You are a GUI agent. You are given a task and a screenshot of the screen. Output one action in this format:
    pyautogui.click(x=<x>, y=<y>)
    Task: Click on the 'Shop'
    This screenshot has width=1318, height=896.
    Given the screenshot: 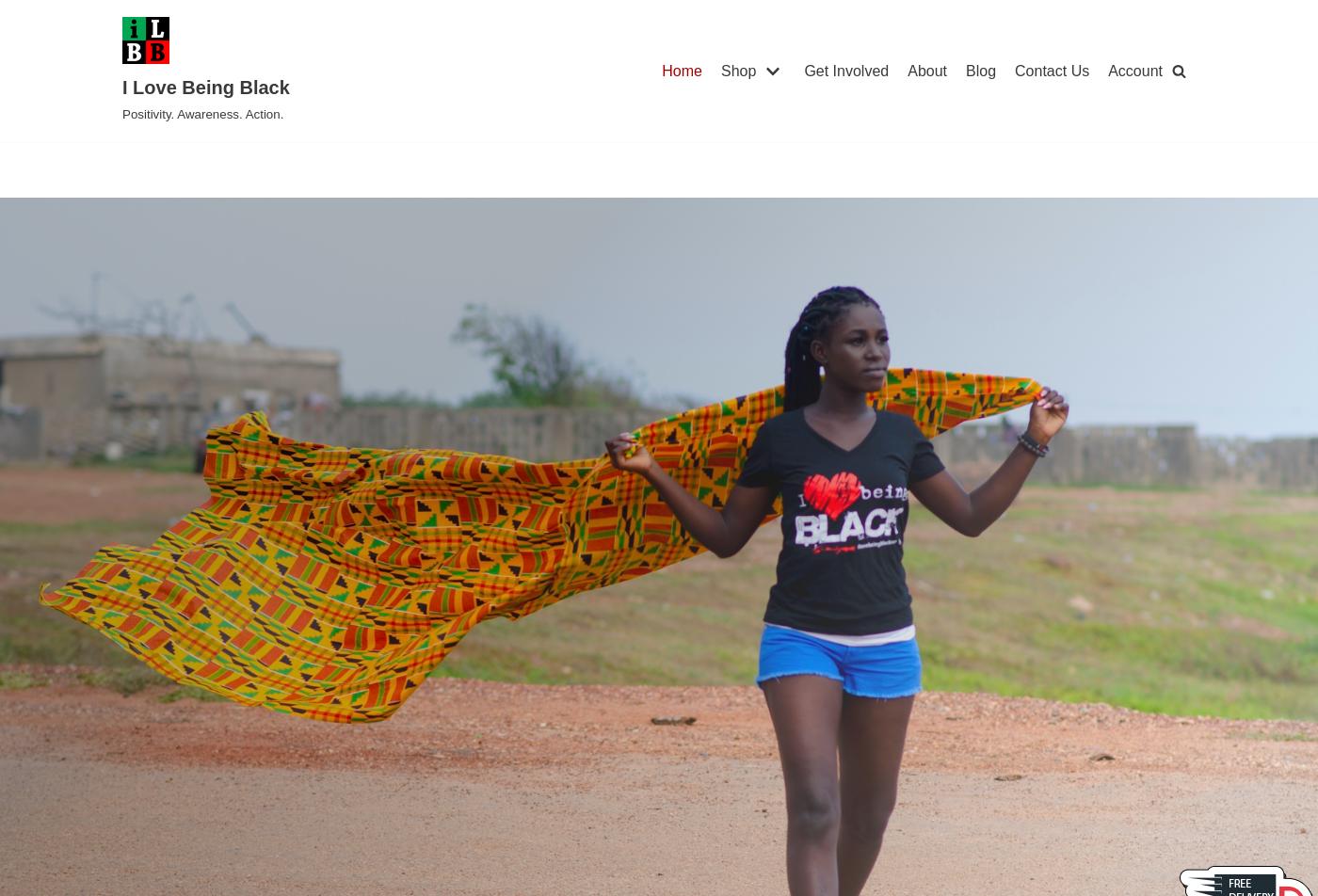 What is the action you would take?
    pyautogui.click(x=738, y=70)
    